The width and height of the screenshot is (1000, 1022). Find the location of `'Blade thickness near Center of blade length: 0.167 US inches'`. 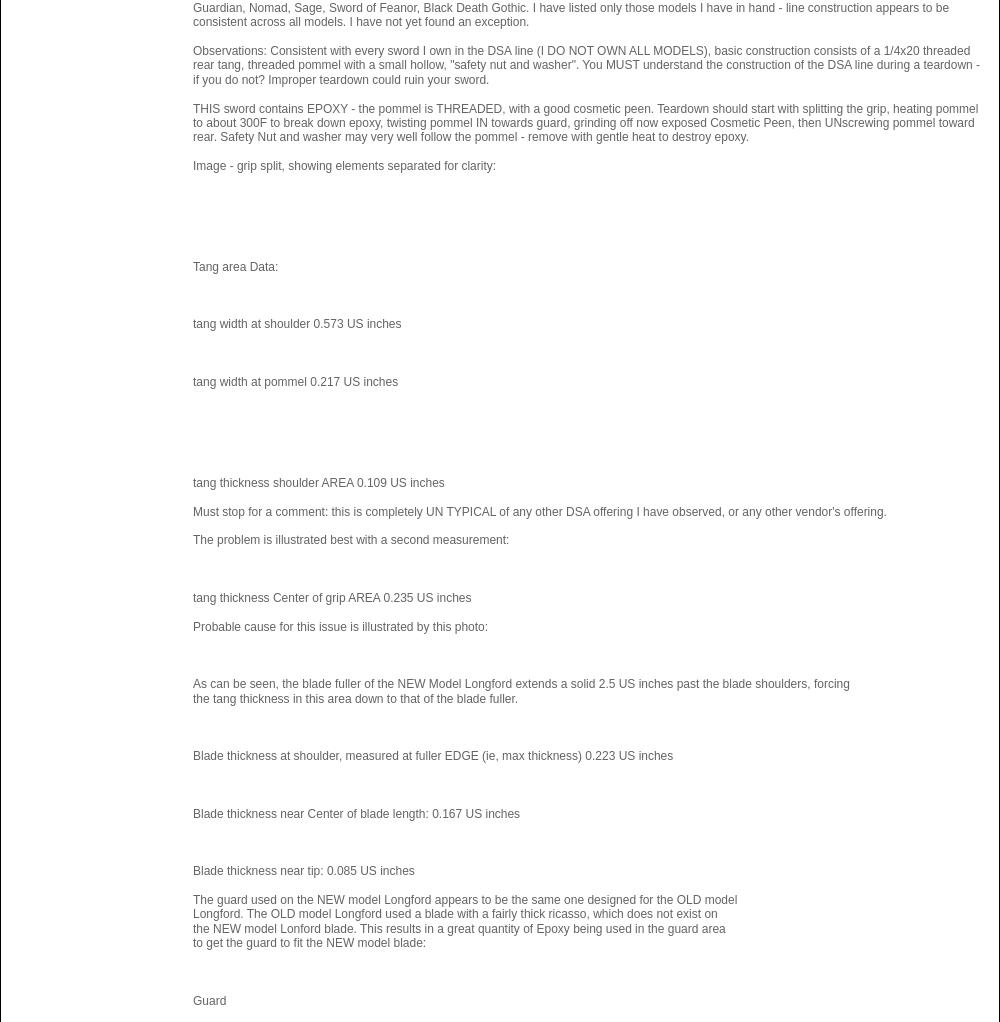

'Blade thickness near Center of blade length: 0.167 US inches' is located at coordinates (355, 812).